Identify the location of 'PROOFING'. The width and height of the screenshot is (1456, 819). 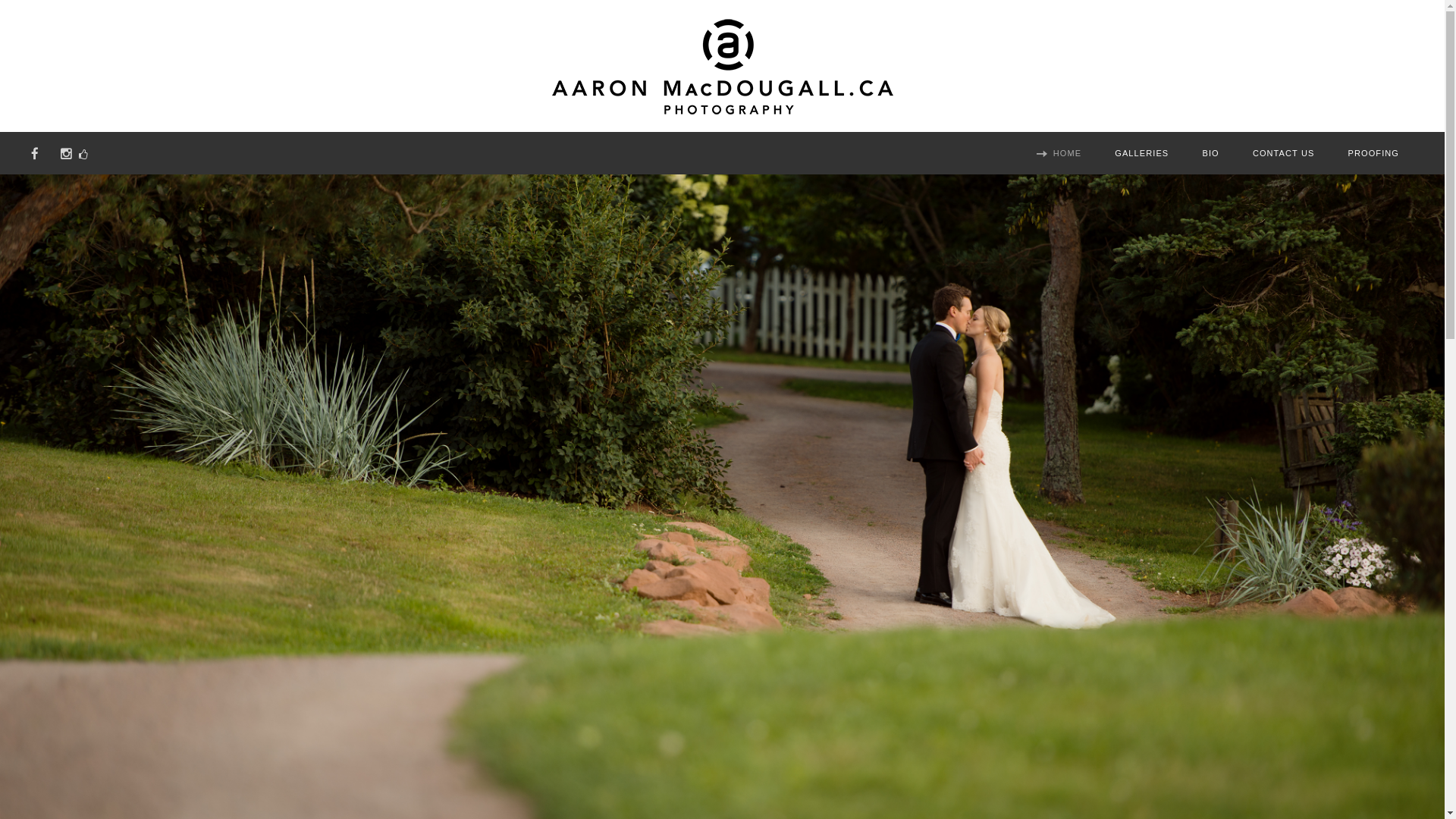
(1373, 155).